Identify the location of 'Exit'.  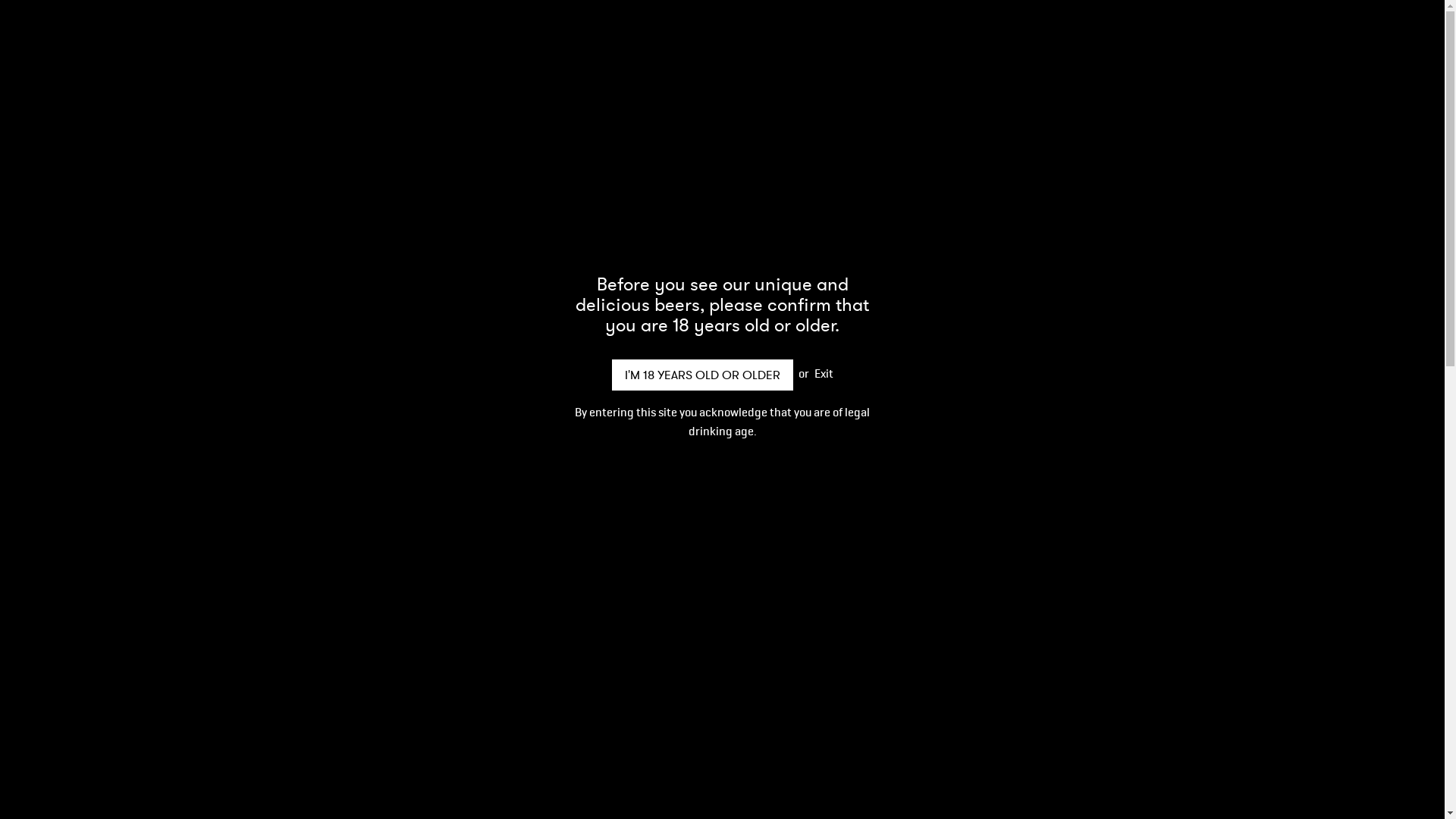
(823, 373).